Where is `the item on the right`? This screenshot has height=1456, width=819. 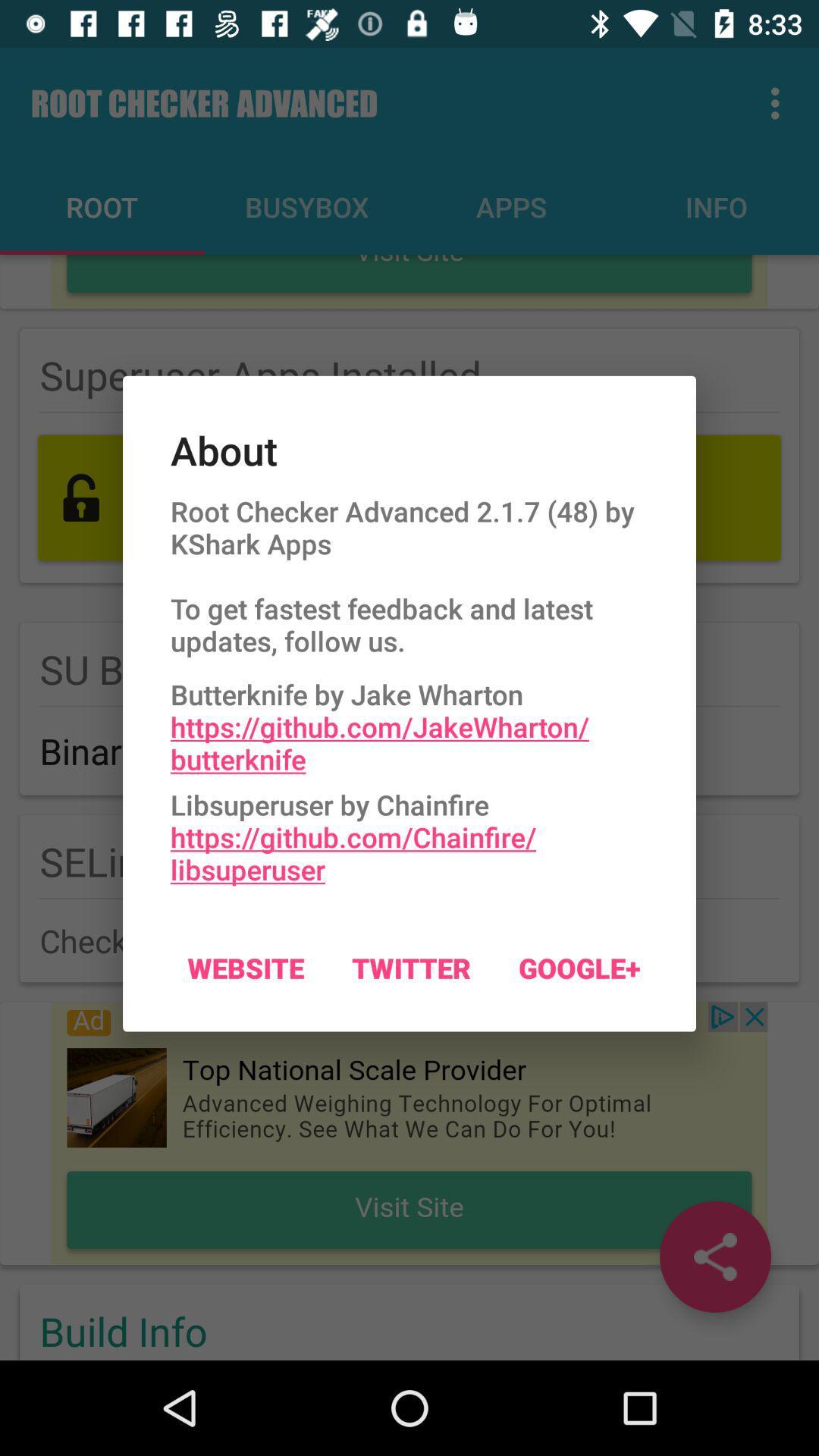 the item on the right is located at coordinates (579, 967).